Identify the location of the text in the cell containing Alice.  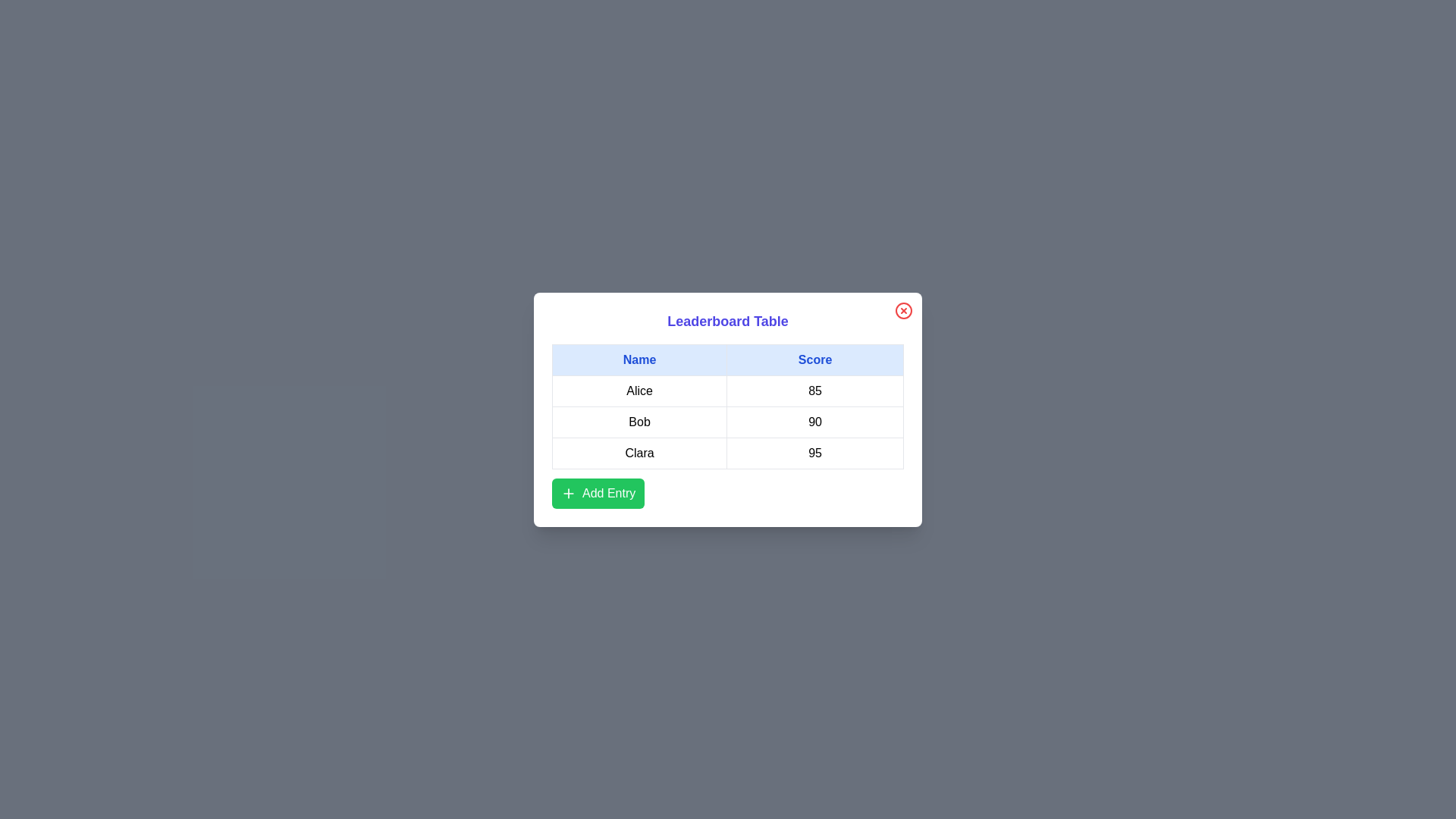
(639, 390).